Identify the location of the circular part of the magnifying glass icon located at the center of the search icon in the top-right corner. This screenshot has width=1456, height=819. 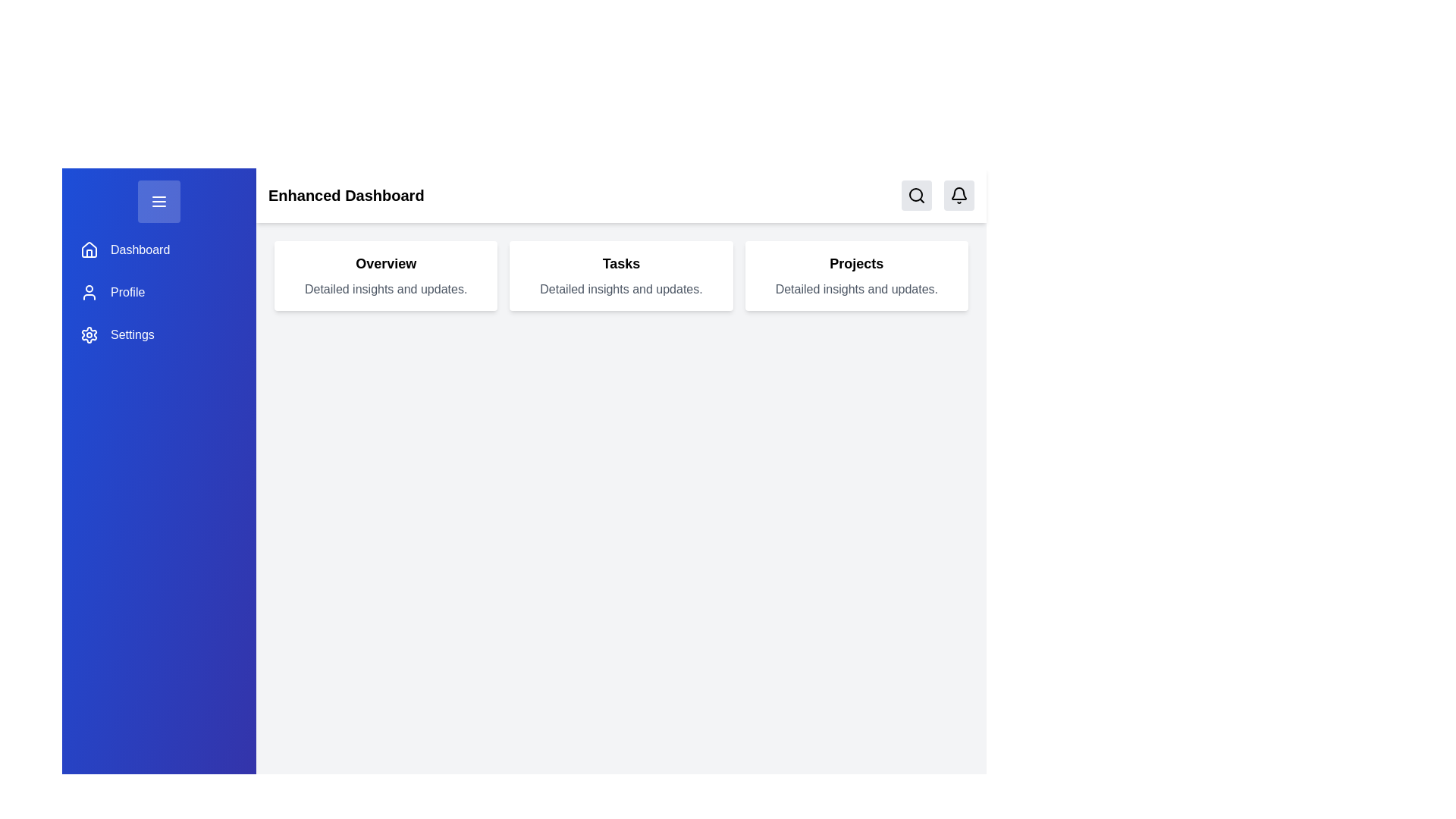
(915, 194).